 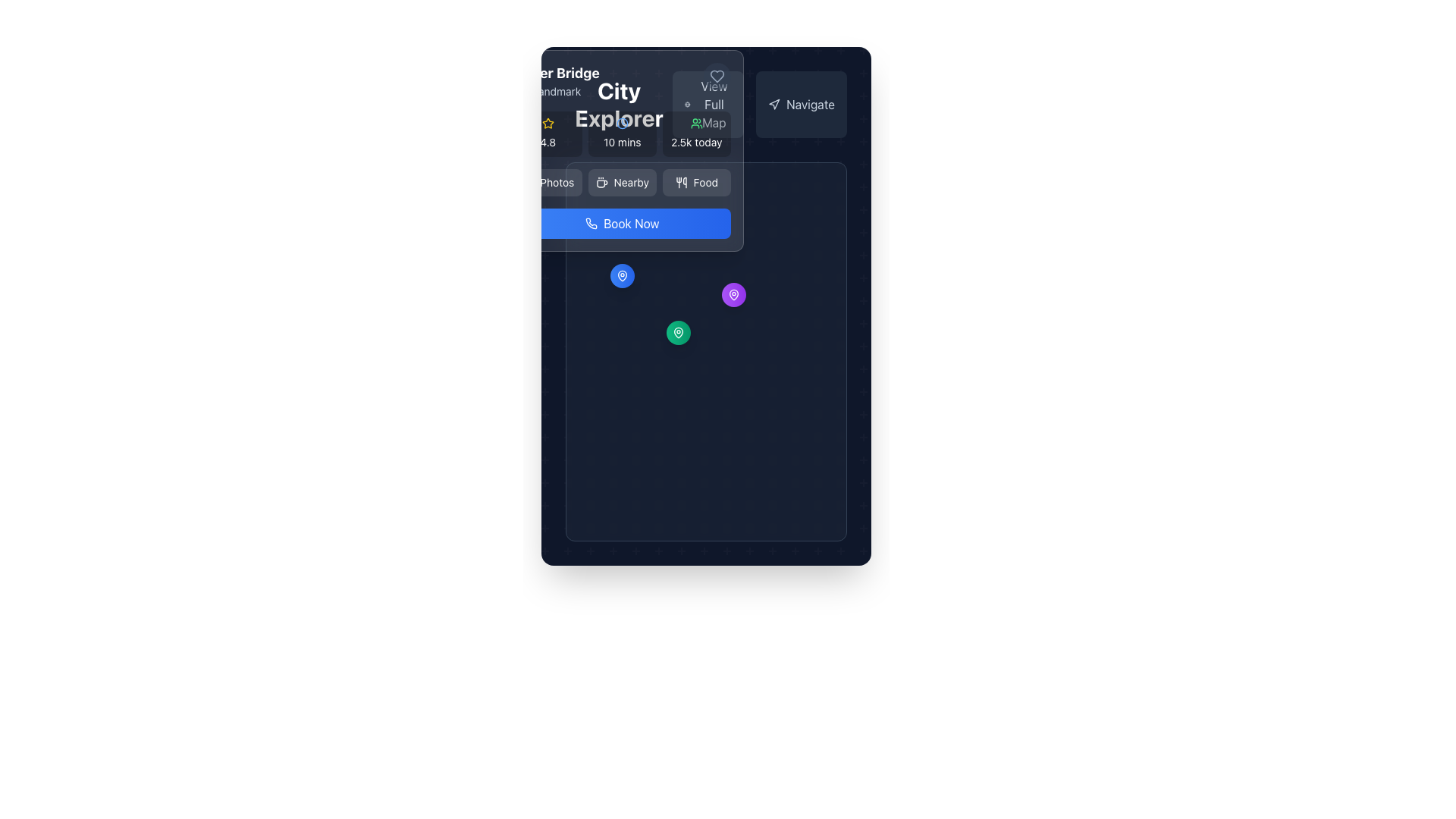 I want to click on the 'View Full Map' button, which features light-colored text on a dark background, so click(x=713, y=104).